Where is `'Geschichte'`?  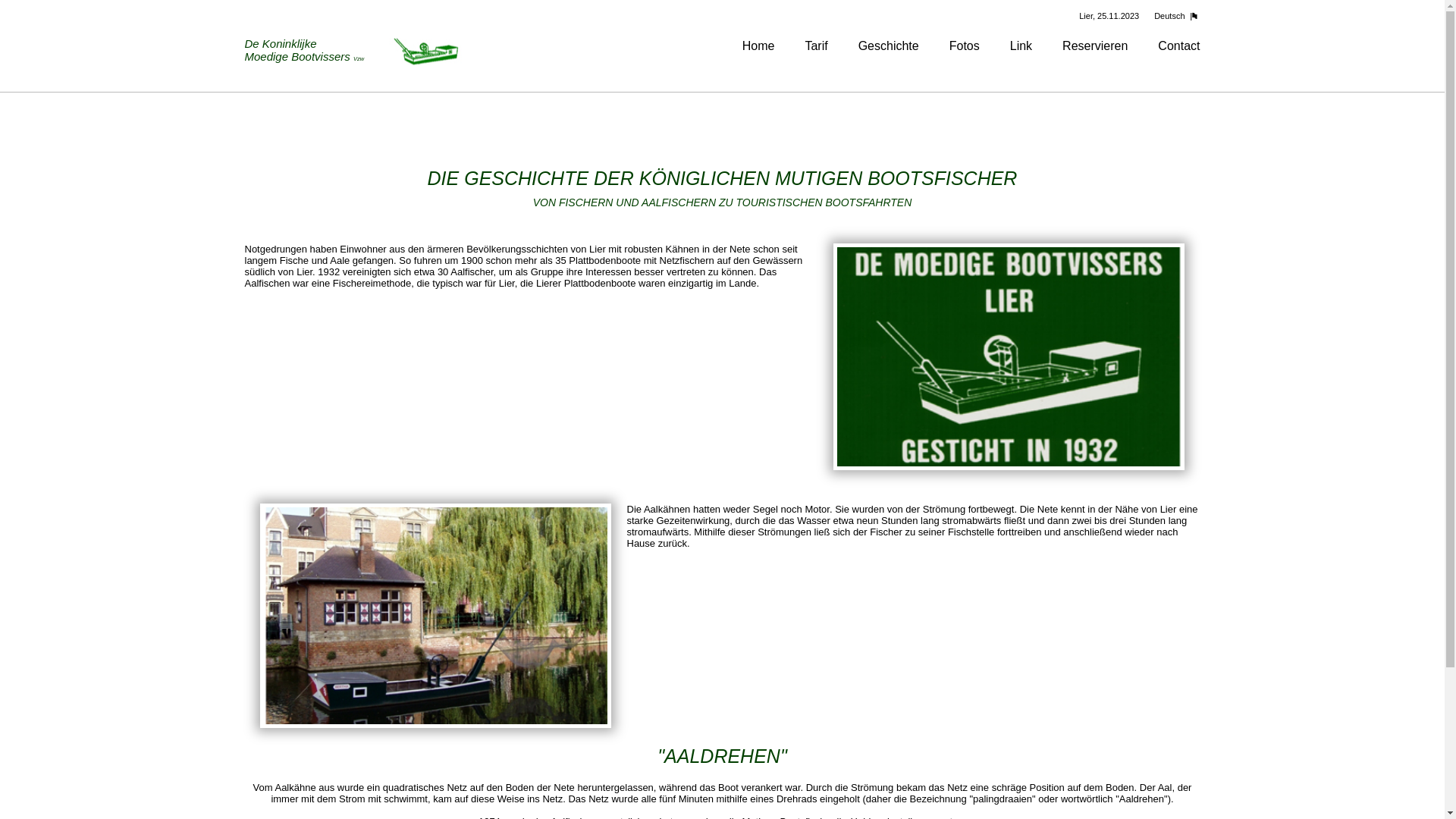
'Geschichte' is located at coordinates (858, 45).